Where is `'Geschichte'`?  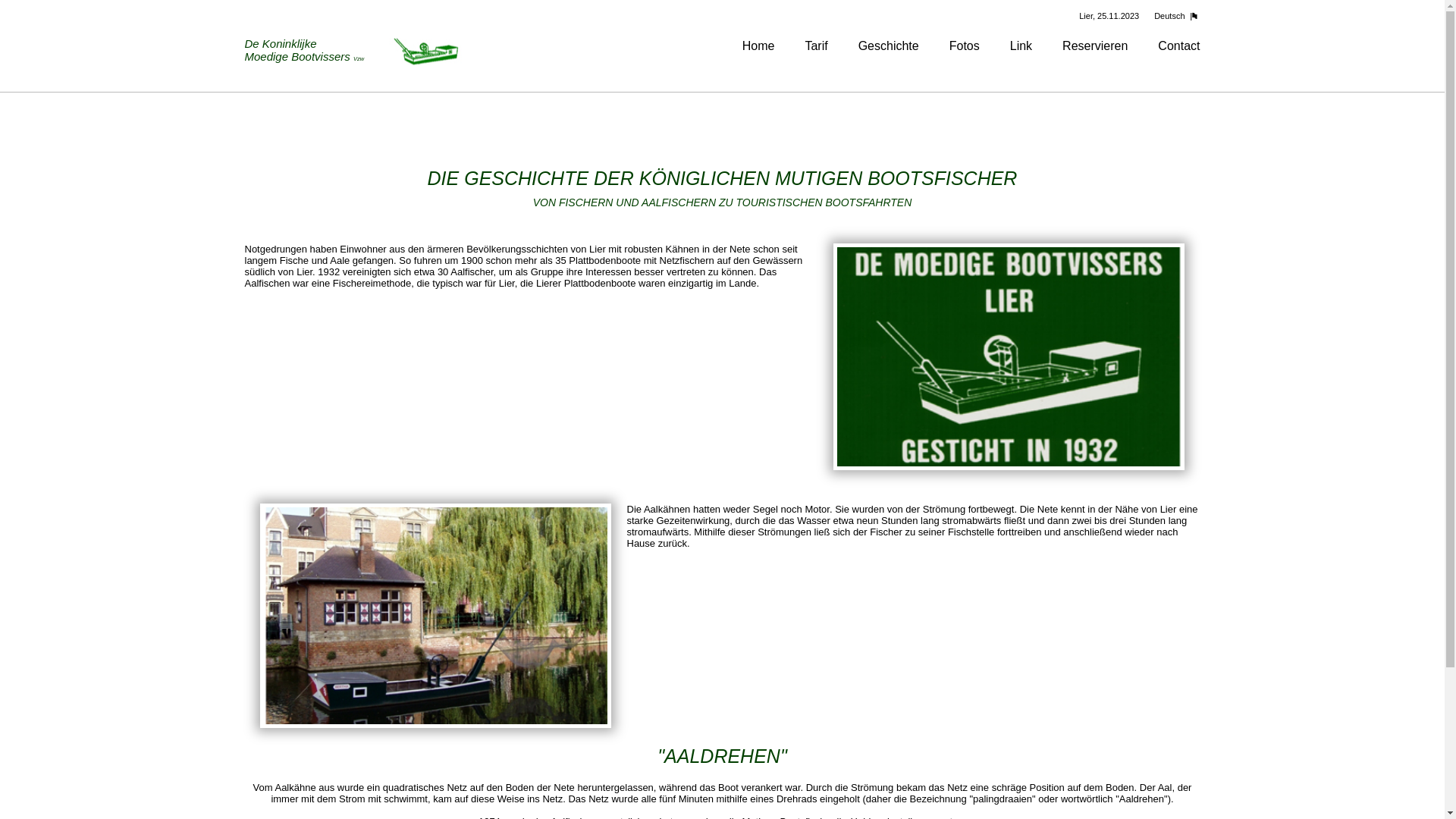
'Geschichte' is located at coordinates (858, 45).